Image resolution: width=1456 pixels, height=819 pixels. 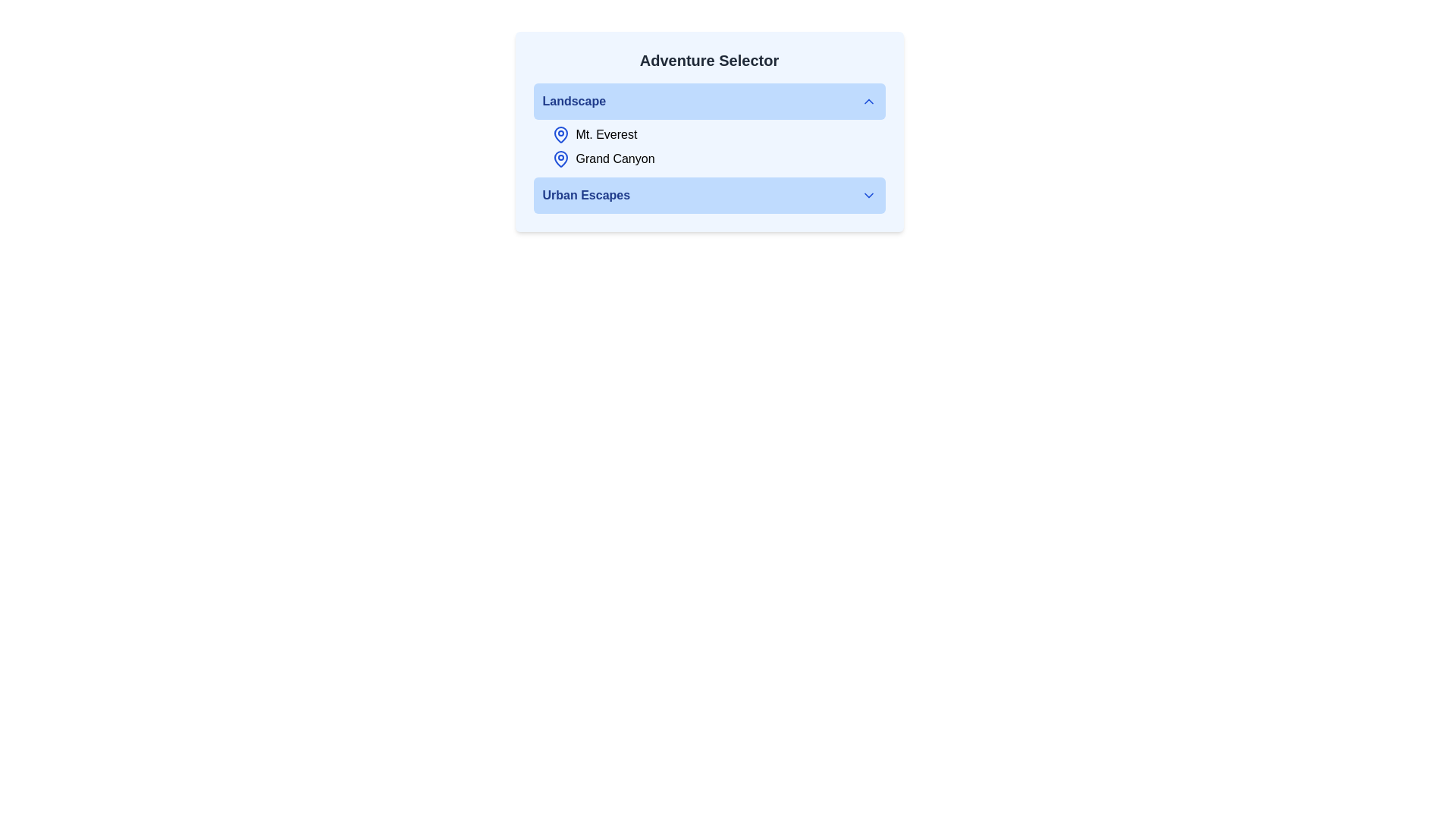 What do you see at coordinates (717, 158) in the screenshot?
I see `the 'Grand Canyon' option in the 'Adventure Selector' interface` at bounding box center [717, 158].